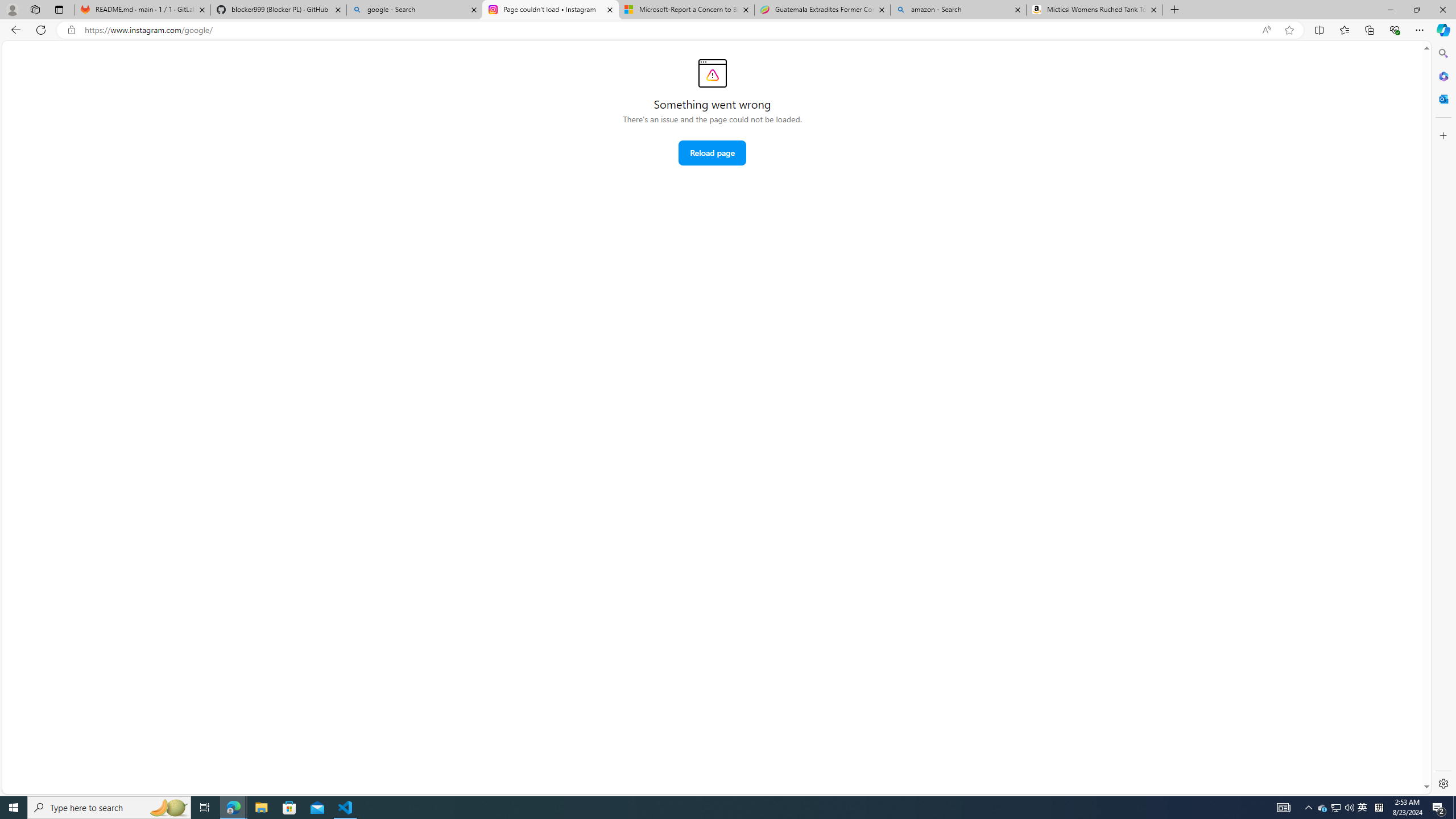 This screenshot has width=1456, height=819. What do you see at coordinates (71, 30) in the screenshot?
I see `'View site information'` at bounding box center [71, 30].